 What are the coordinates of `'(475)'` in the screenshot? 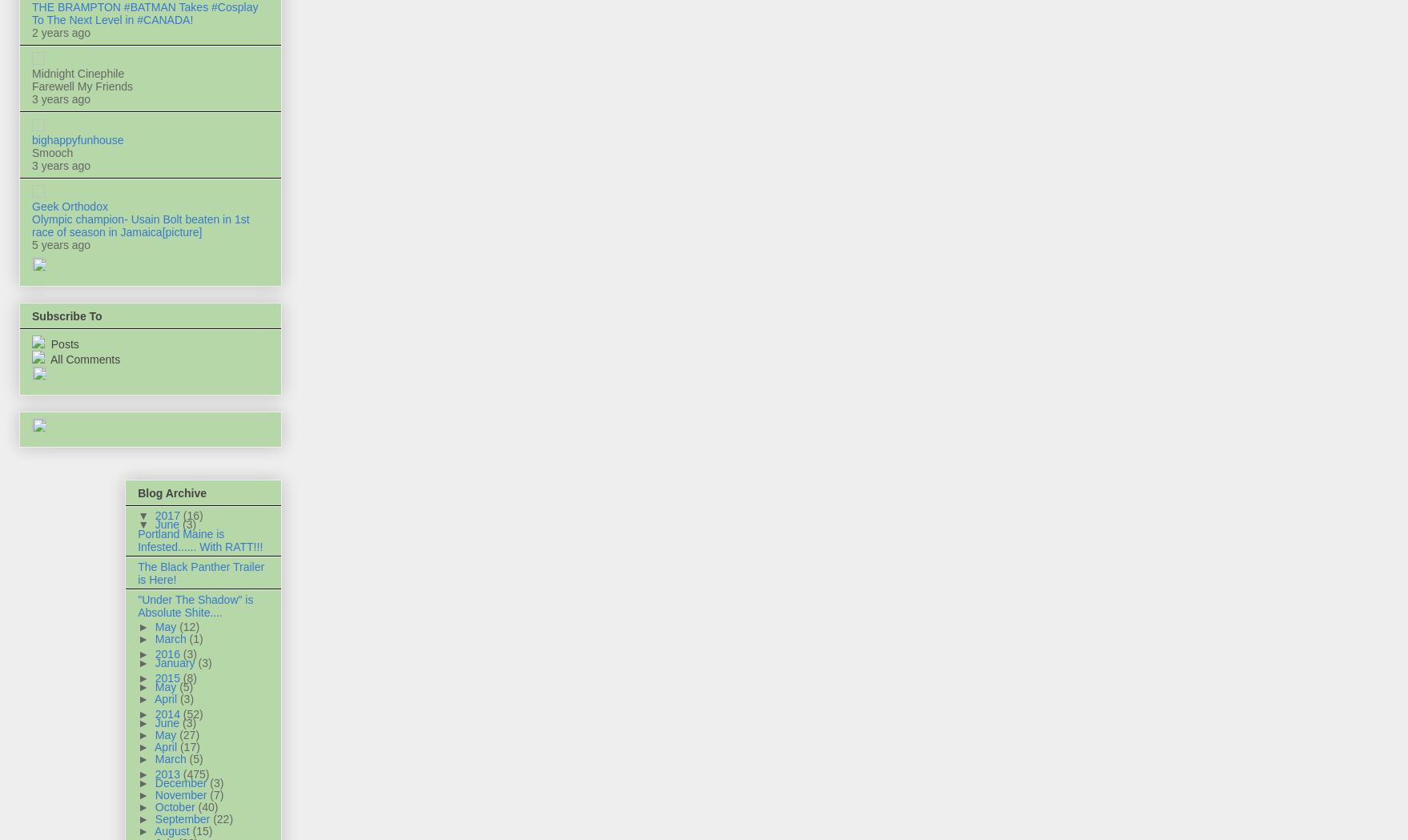 It's located at (182, 774).